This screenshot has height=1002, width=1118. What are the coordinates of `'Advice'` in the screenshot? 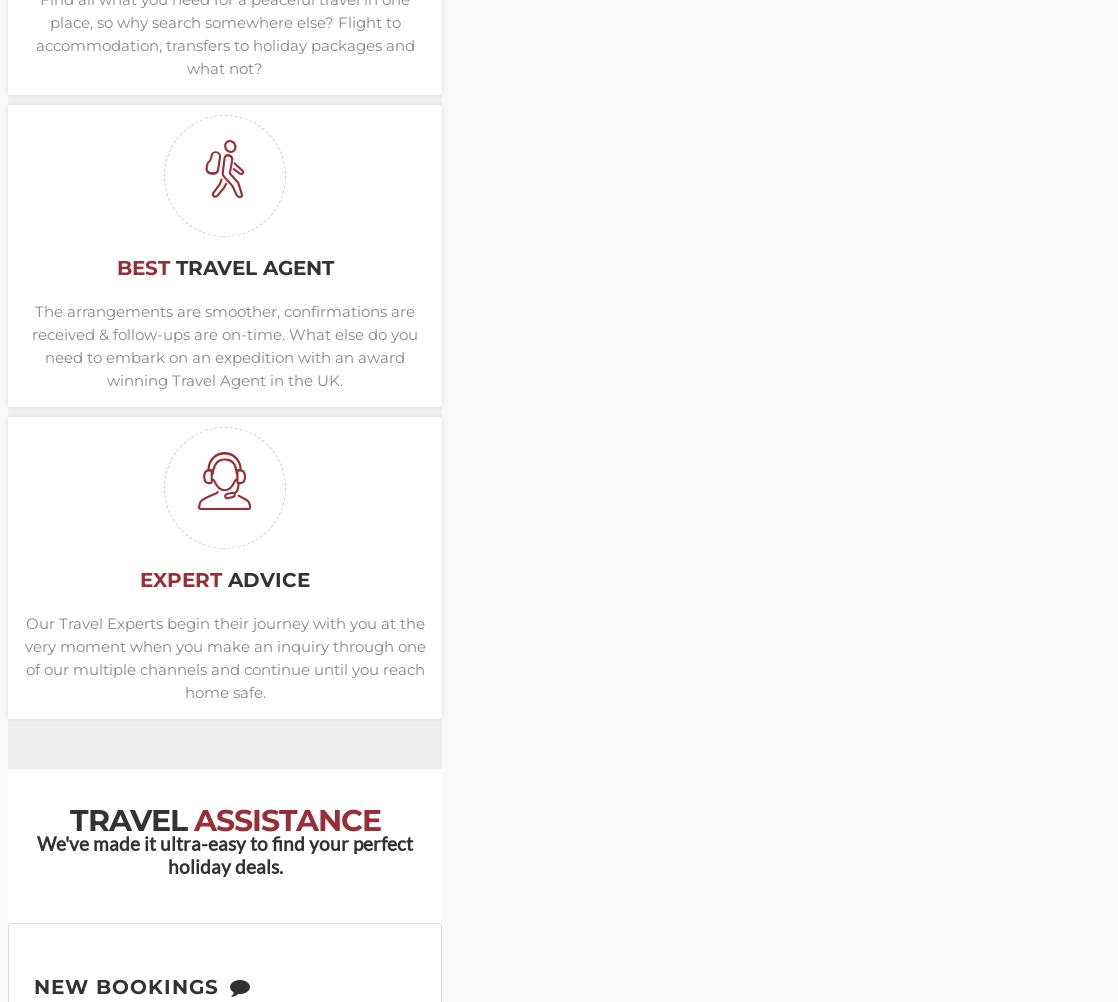 It's located at (227, 579).